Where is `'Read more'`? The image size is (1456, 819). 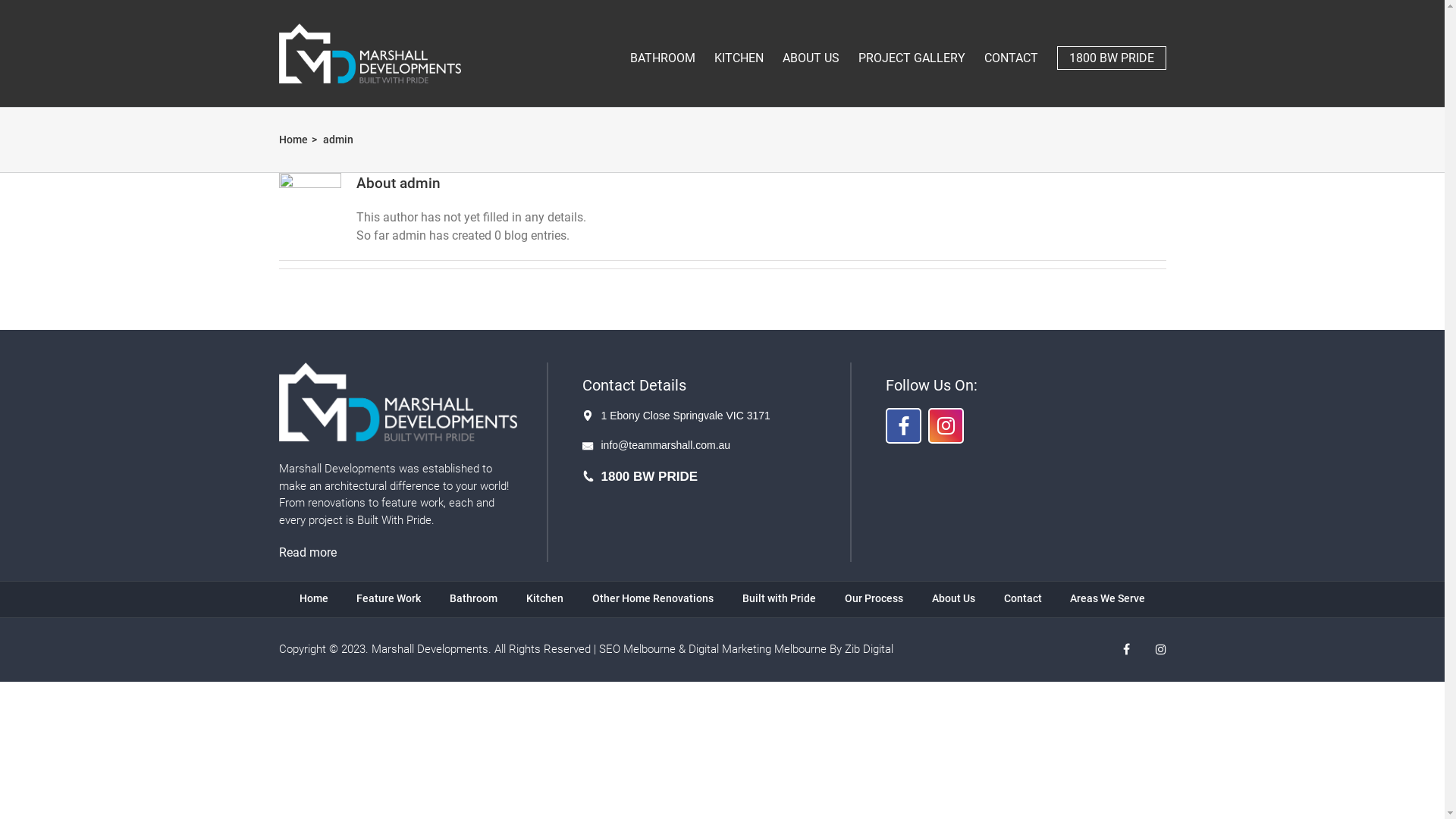 'Read more' is located at coordinates (307, 552).